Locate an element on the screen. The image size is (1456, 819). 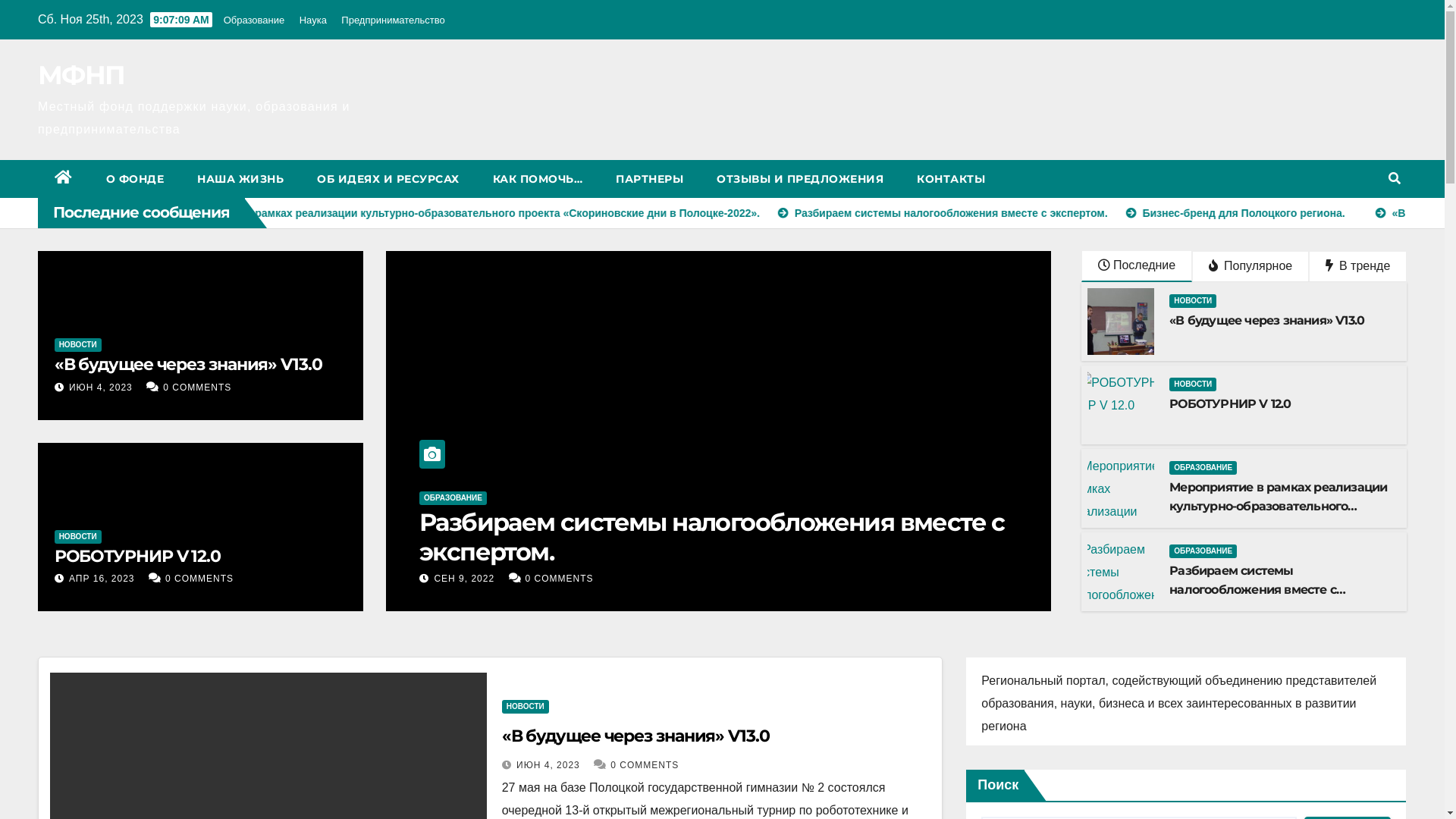
'0 COMMENTS' is located at coordinates (199, 579).